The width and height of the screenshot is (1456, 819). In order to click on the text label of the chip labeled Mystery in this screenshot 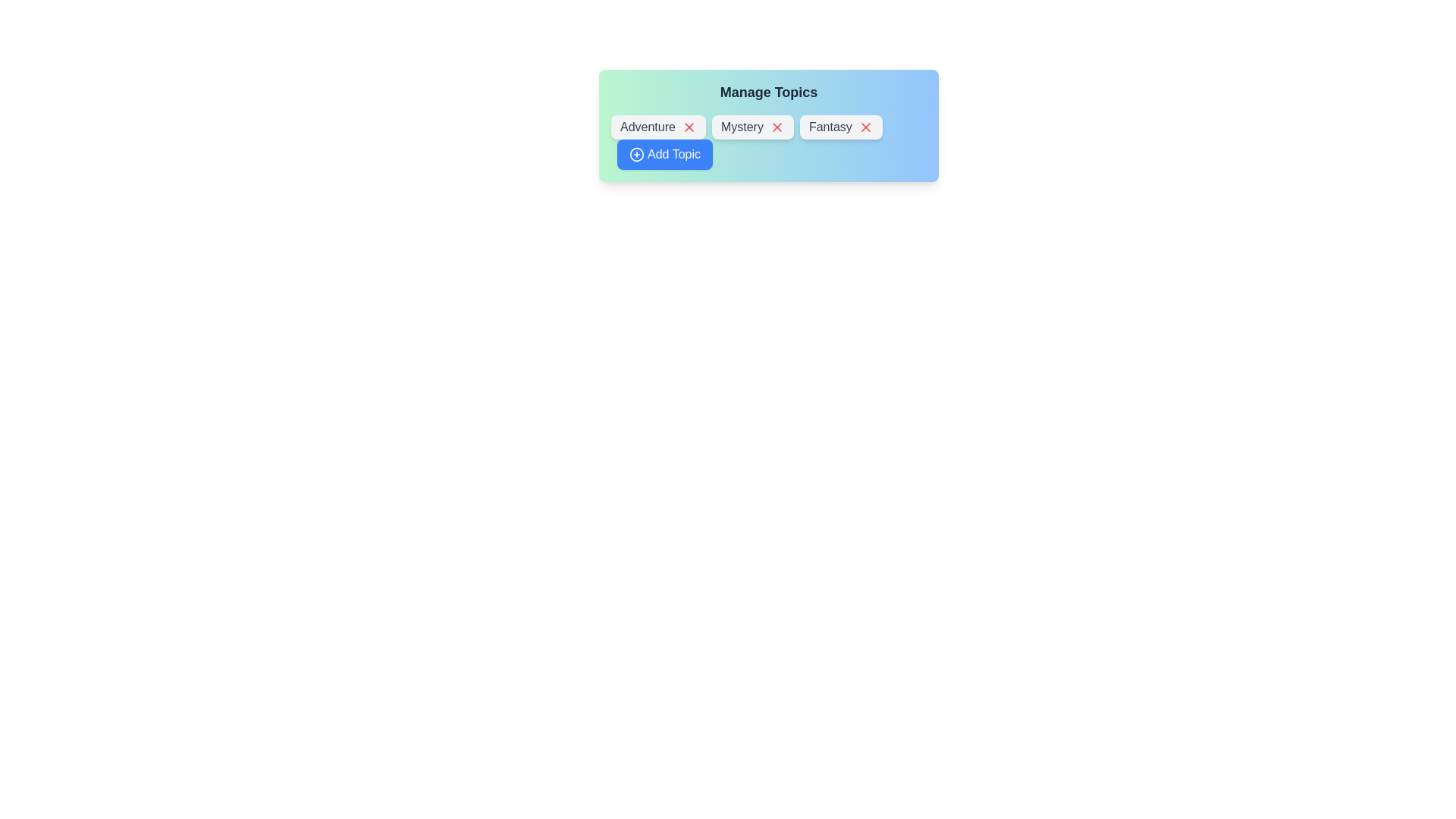, I will do `click(753, 127)`.